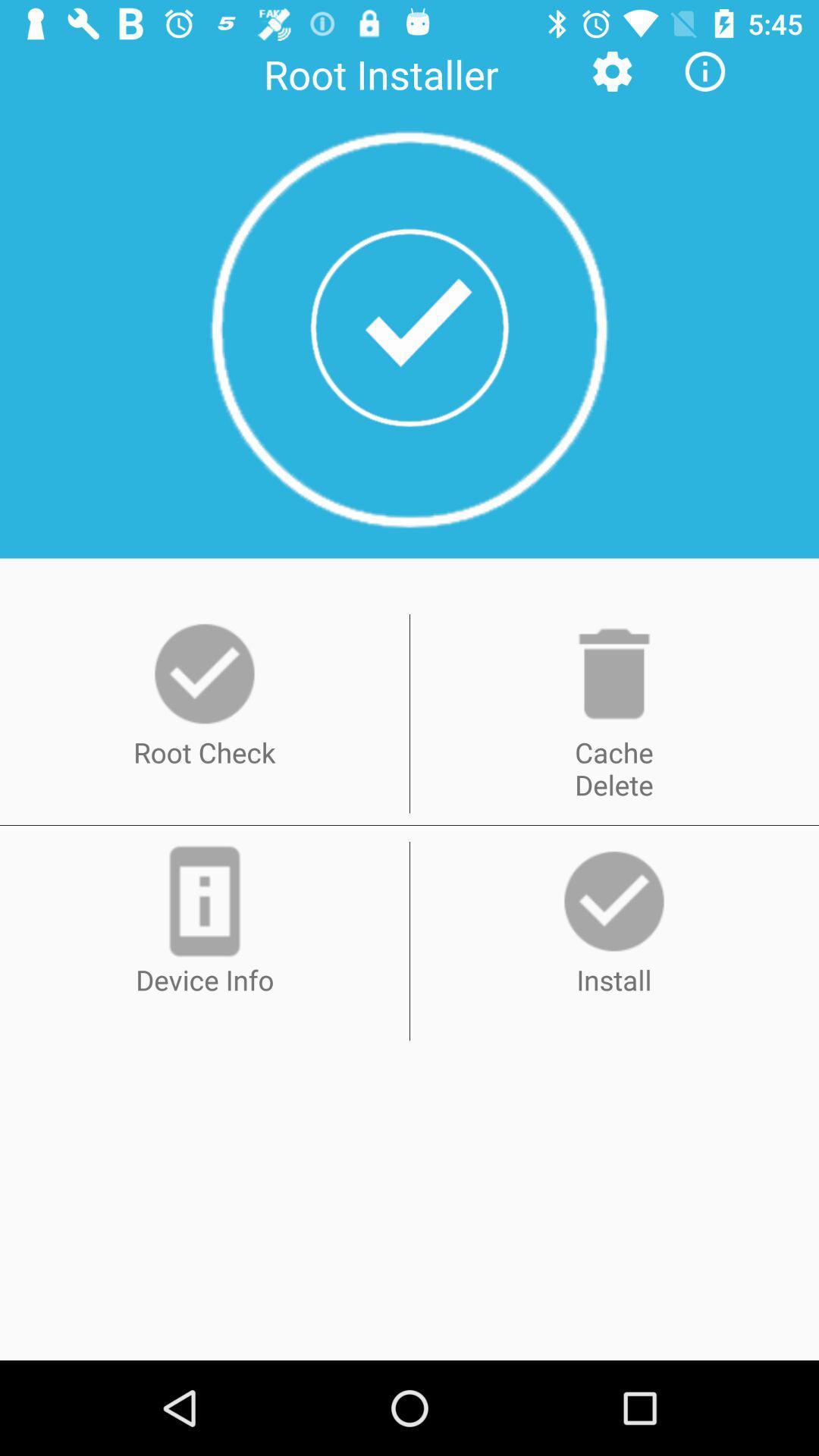  What do you see at coordinates (409, 327) in the screenshot?
I see `the image below root installer` at bounding box center [409, 327].